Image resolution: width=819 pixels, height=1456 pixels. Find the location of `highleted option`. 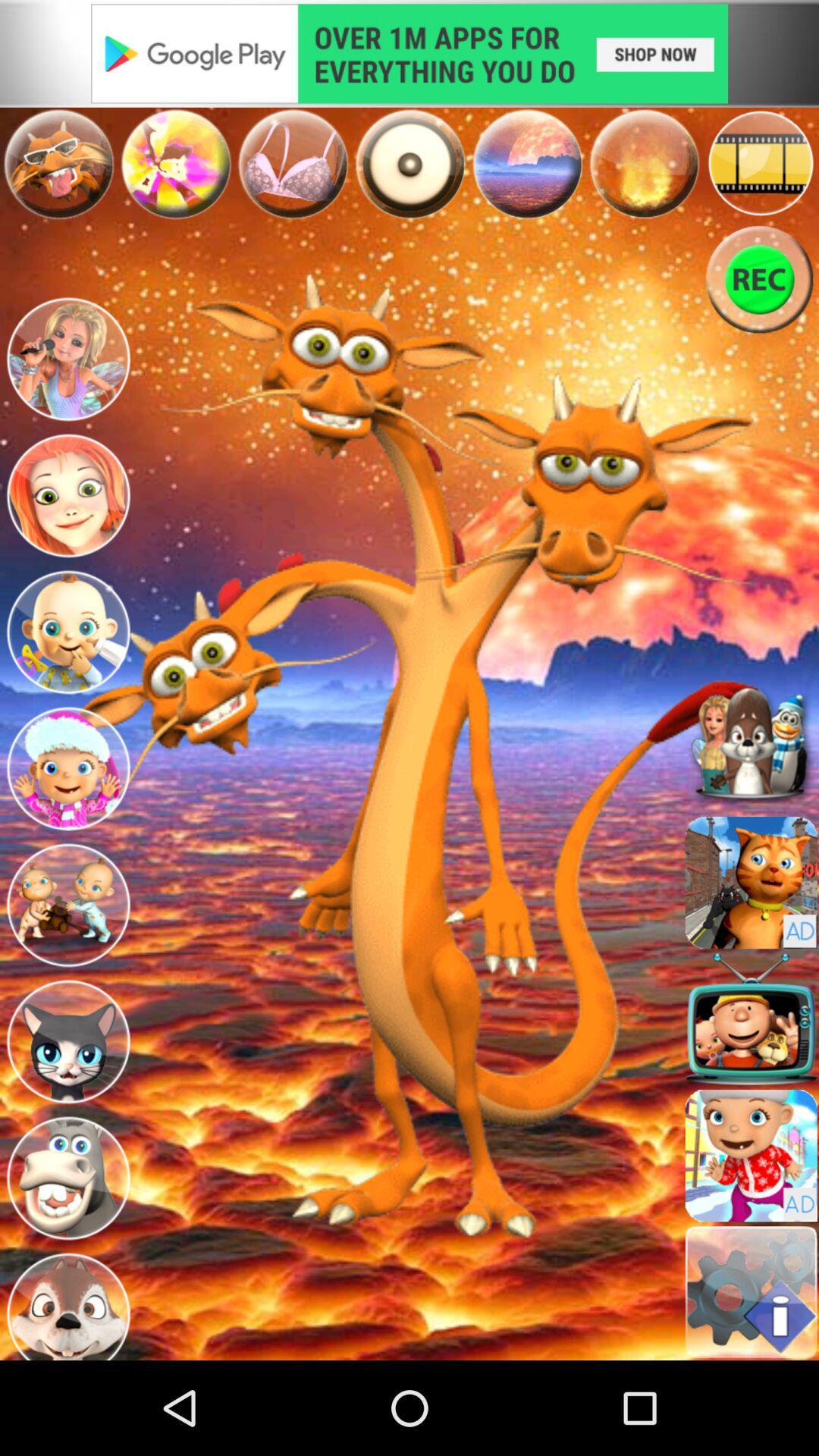

highleted option is located at coordinates (409, 164).